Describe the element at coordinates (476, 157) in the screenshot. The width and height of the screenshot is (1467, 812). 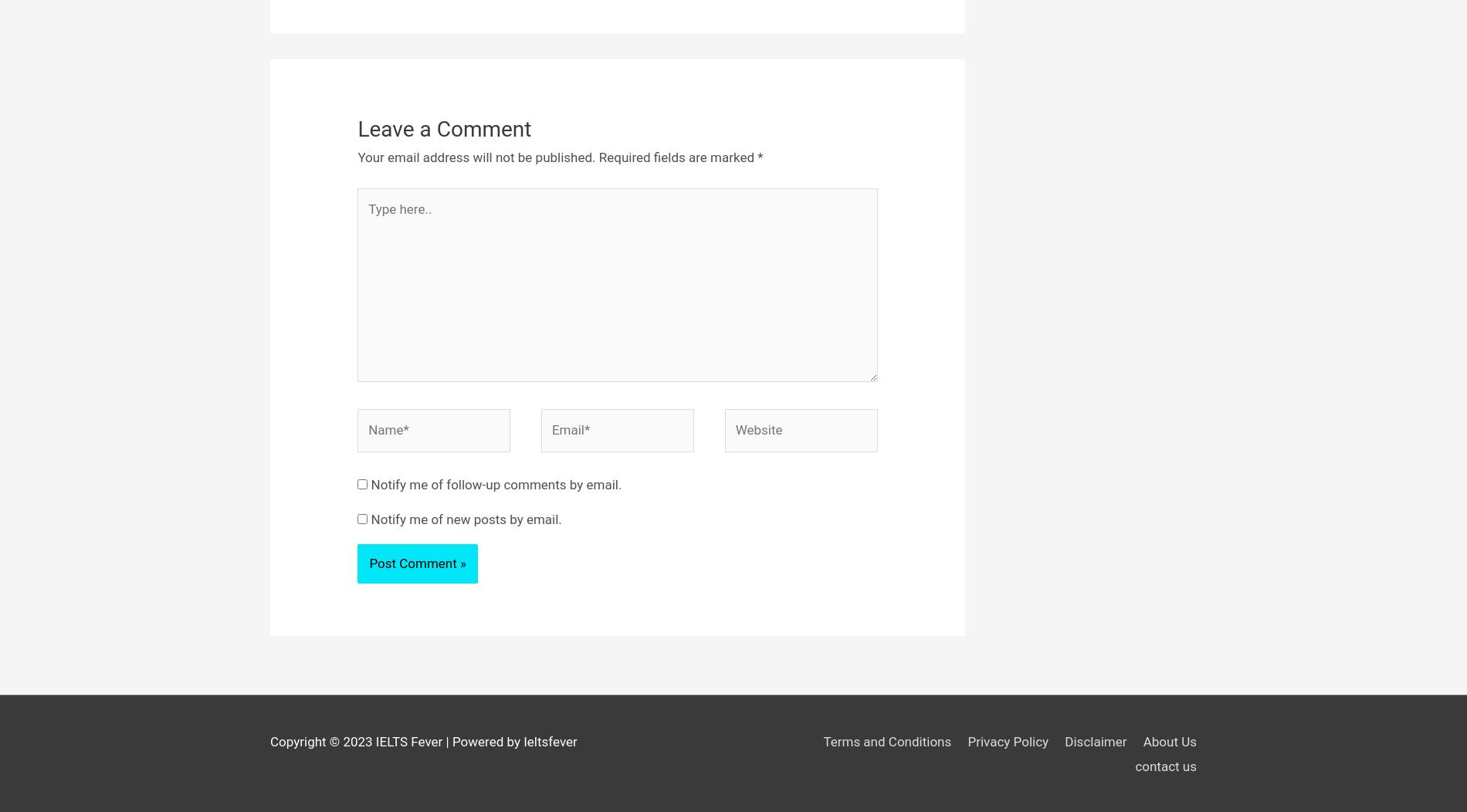
I see `'Your email address will not be published.'` at that location.